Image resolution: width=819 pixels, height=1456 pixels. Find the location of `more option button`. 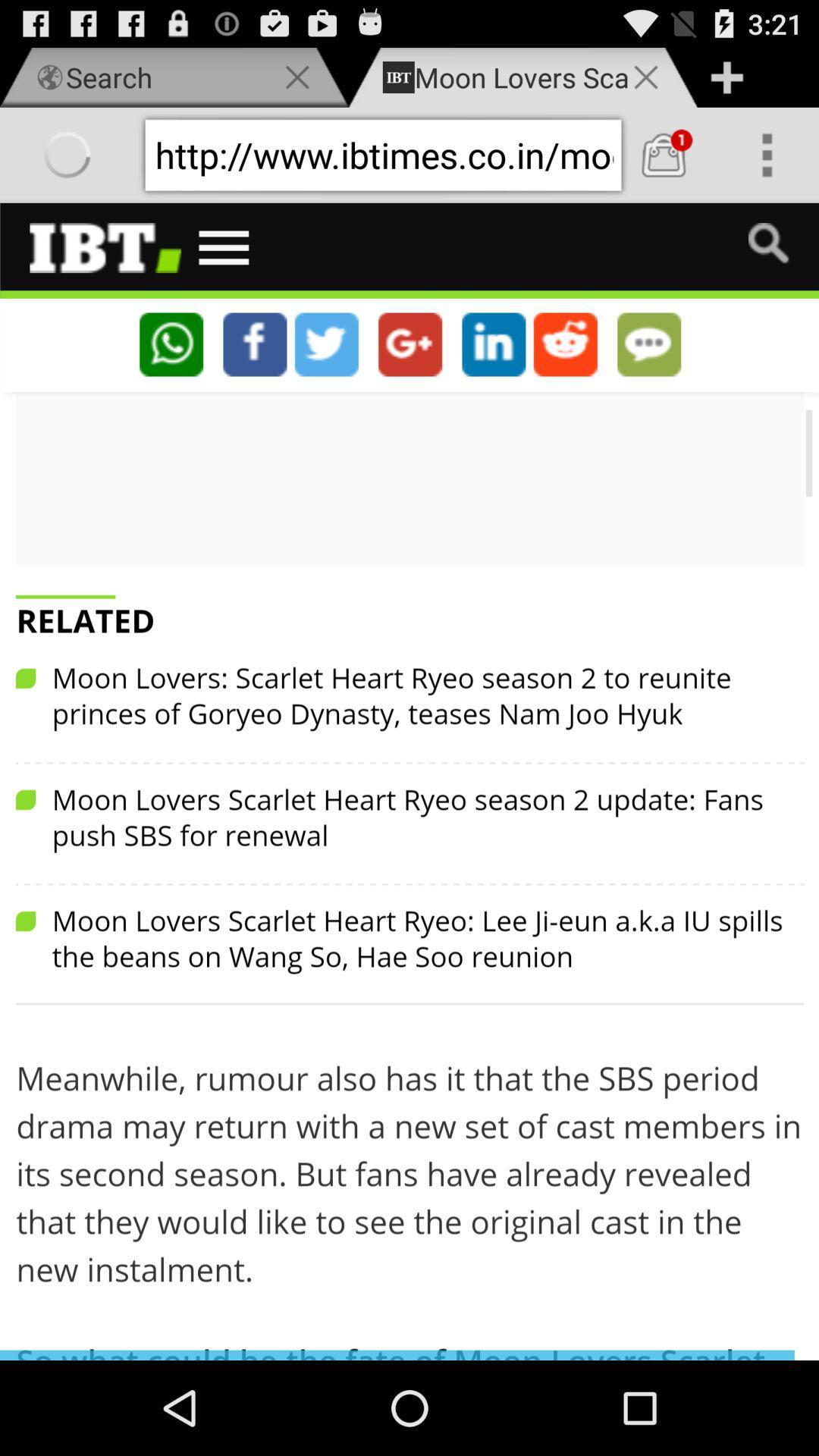

more option button is located at coordinates (767, 155).